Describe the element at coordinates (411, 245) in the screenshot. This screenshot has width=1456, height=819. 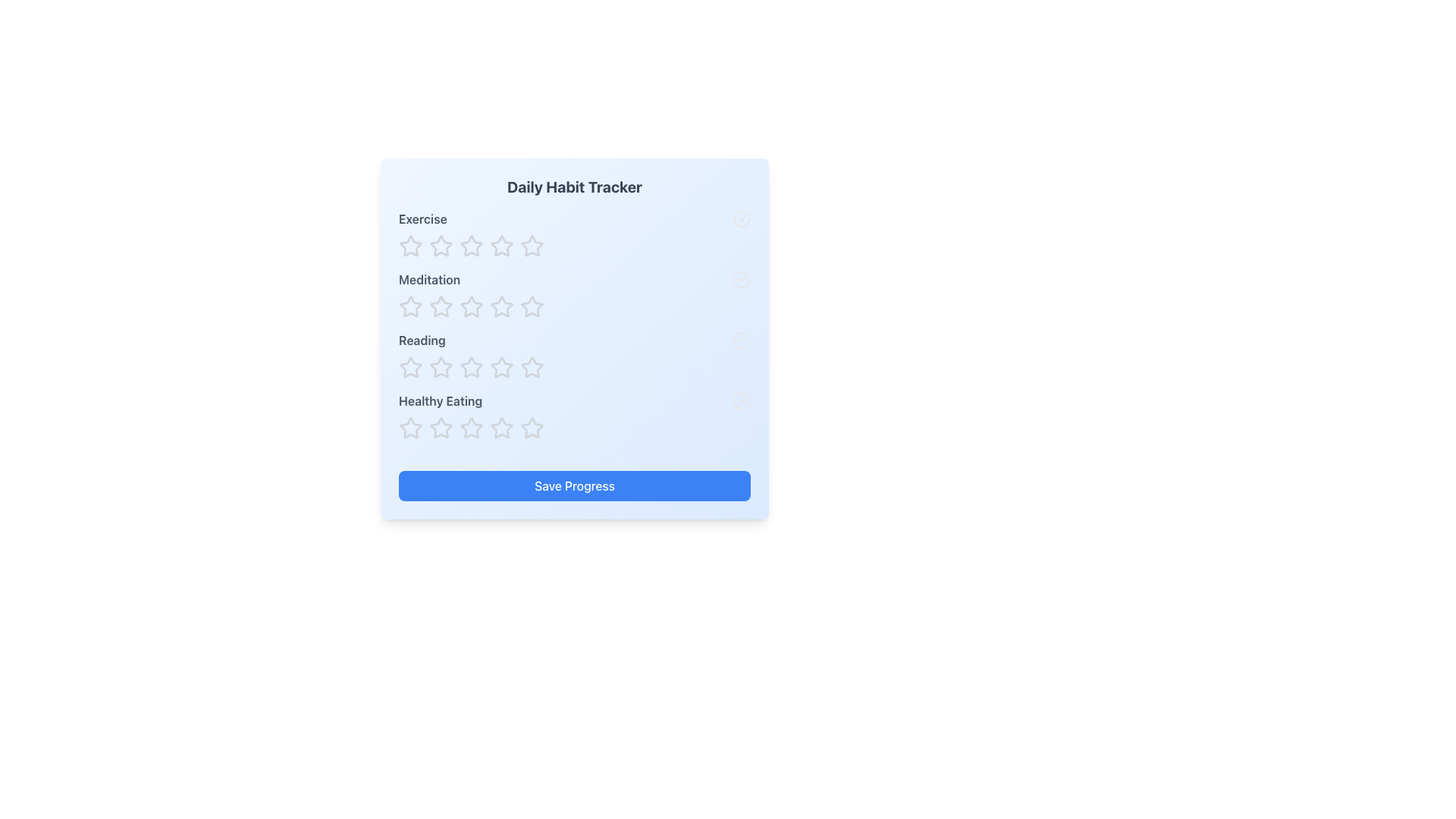
I see `the first star icon in the 'Exercise' habit row of the 'Daily Habit Tracker'` at that location.